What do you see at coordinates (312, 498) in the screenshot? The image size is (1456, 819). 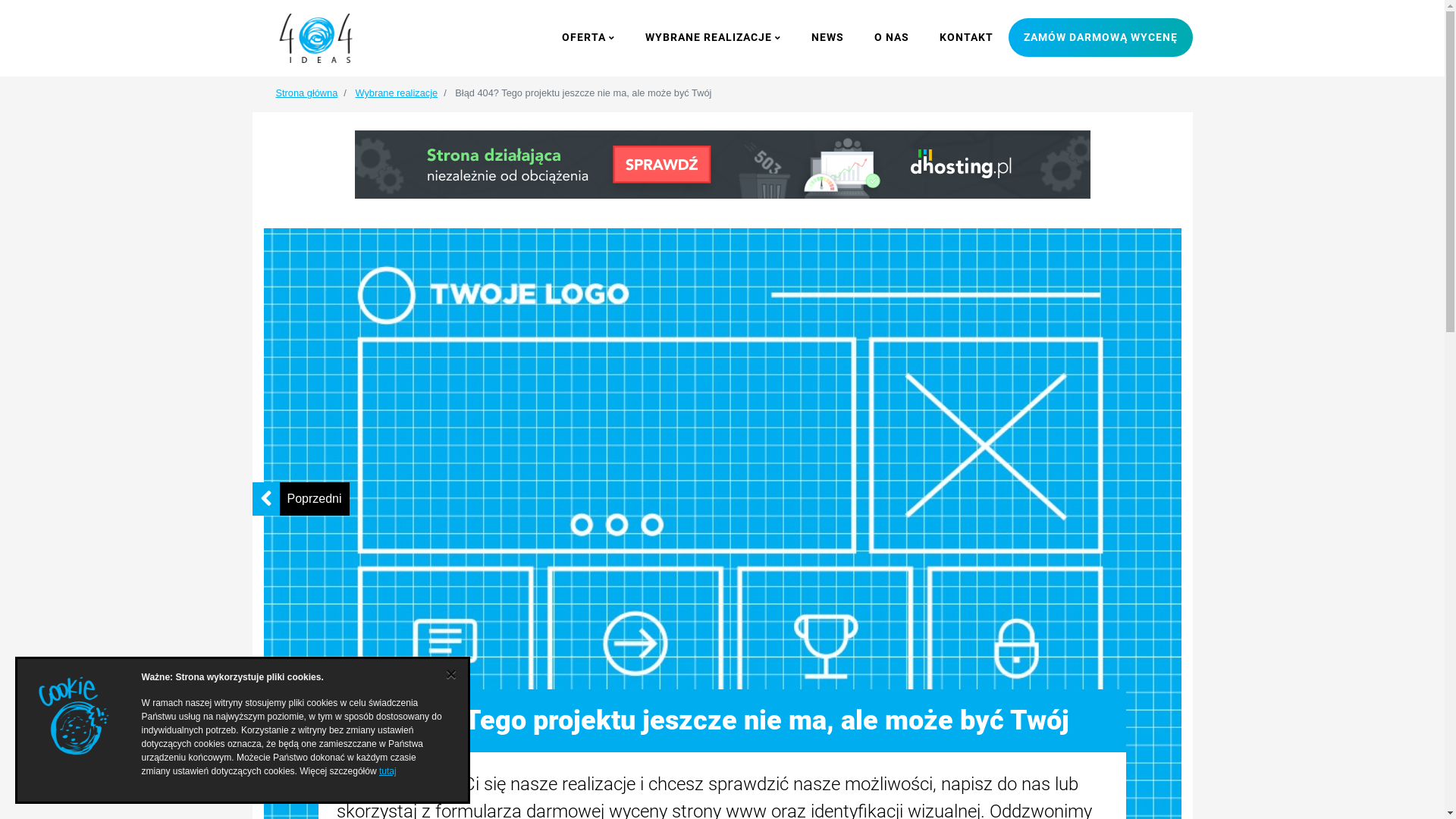 I see `'Poprzedni'` at bounding box center [312, 498].